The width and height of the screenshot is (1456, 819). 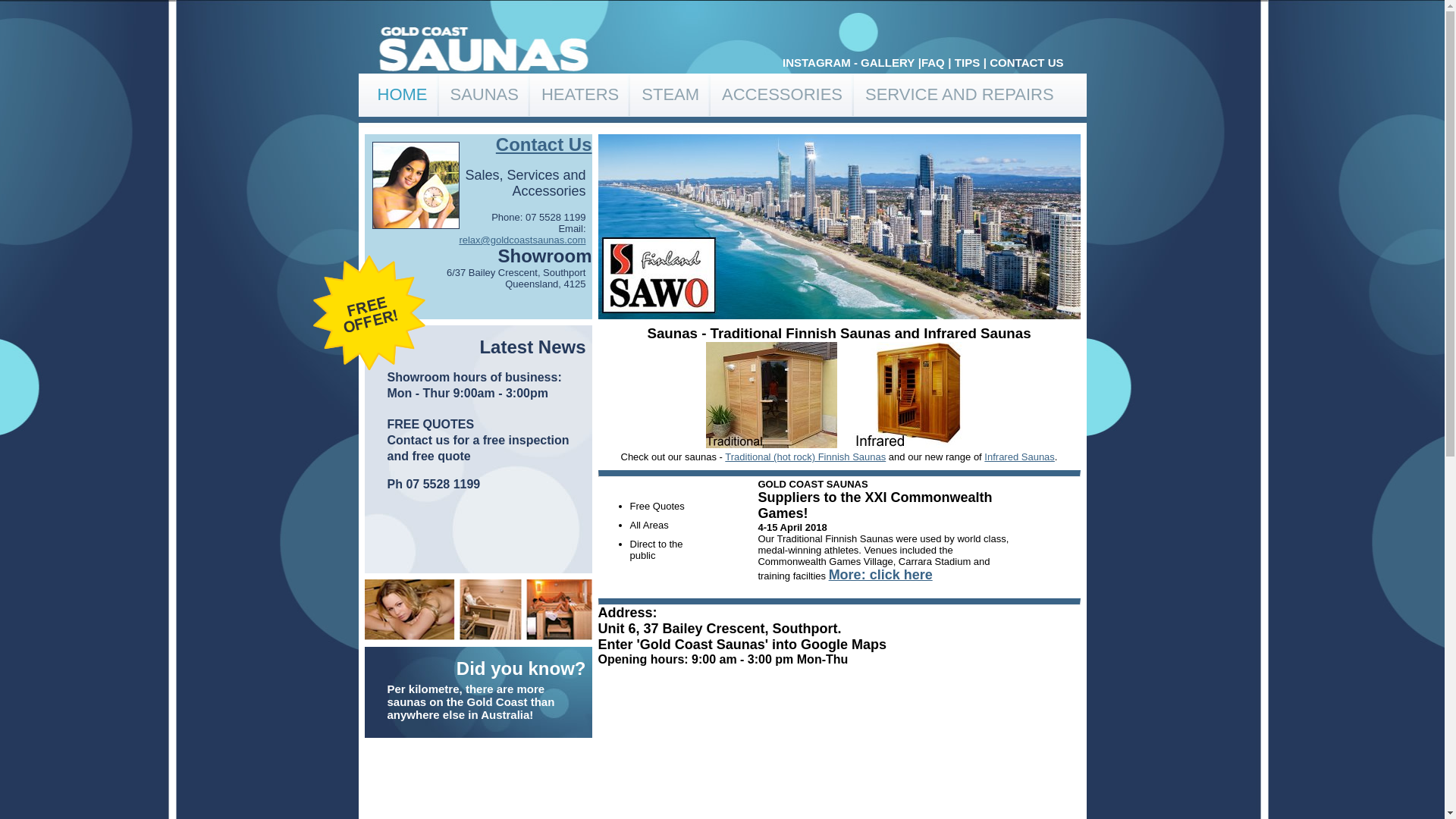 I want to click on 'FAQ', so click(x=932, y=61).